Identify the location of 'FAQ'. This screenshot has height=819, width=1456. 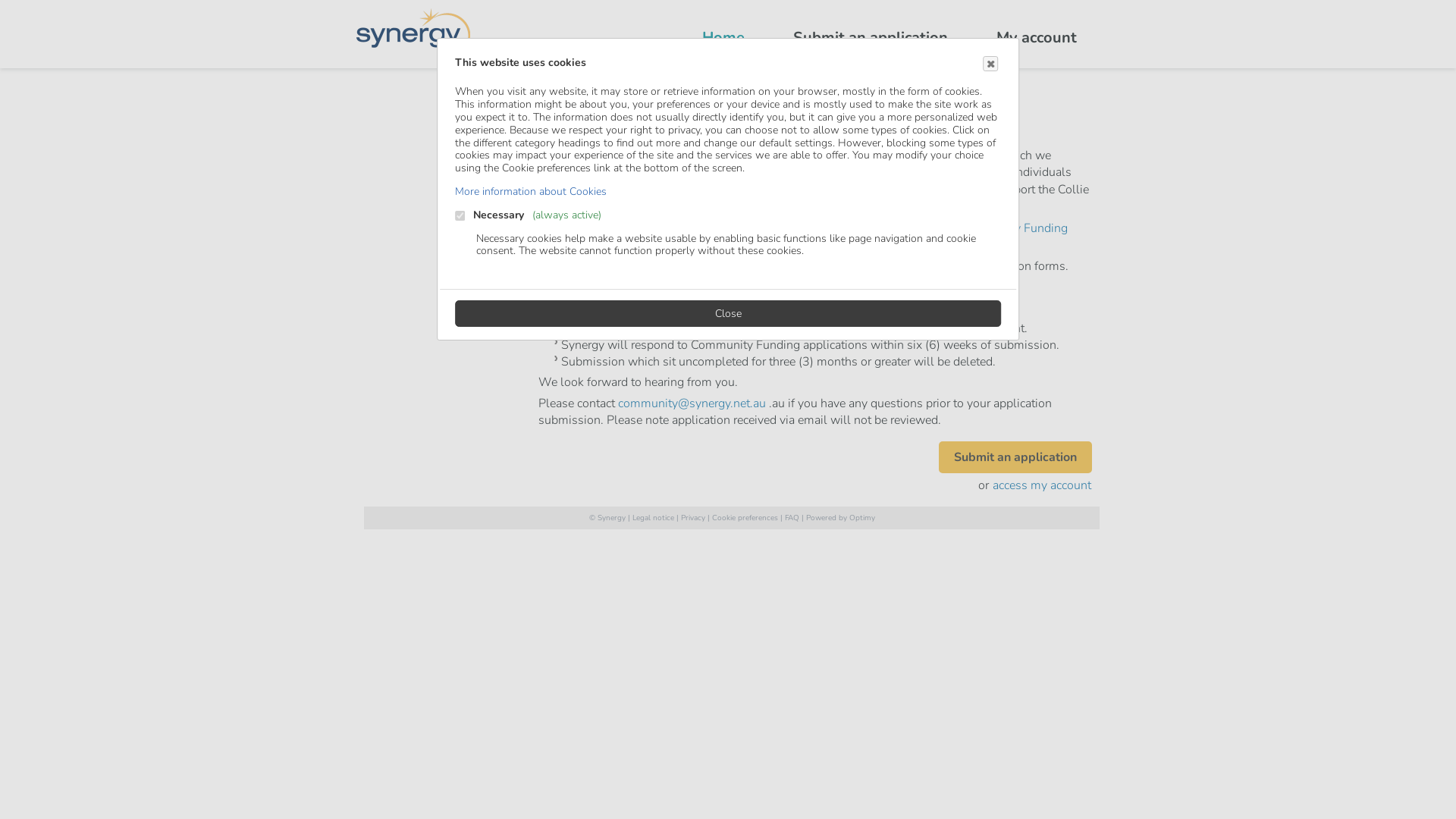
(783, 516).